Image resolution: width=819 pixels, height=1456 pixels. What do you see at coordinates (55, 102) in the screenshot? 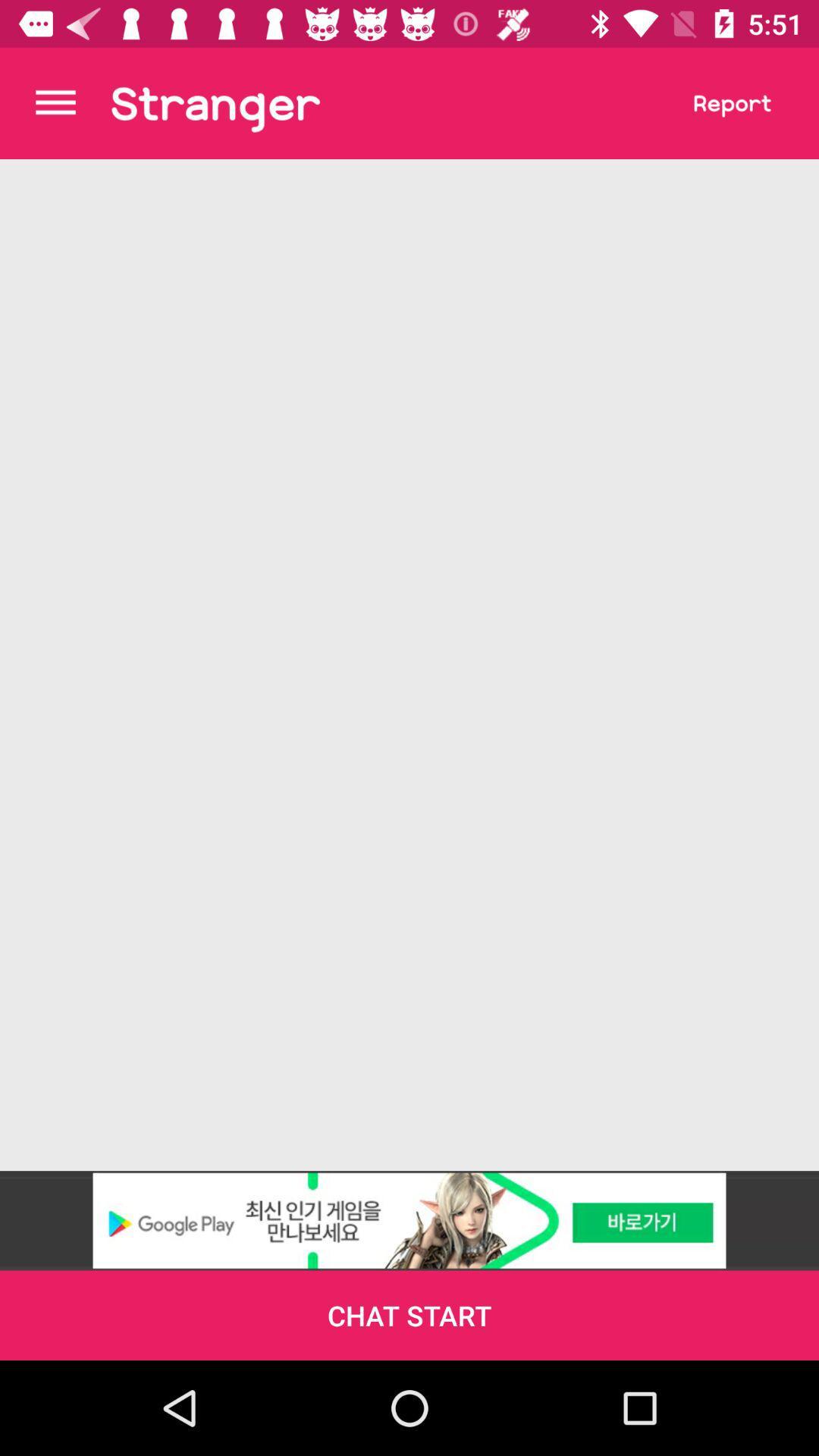
I see `menu` at bounding box center [55, 102].